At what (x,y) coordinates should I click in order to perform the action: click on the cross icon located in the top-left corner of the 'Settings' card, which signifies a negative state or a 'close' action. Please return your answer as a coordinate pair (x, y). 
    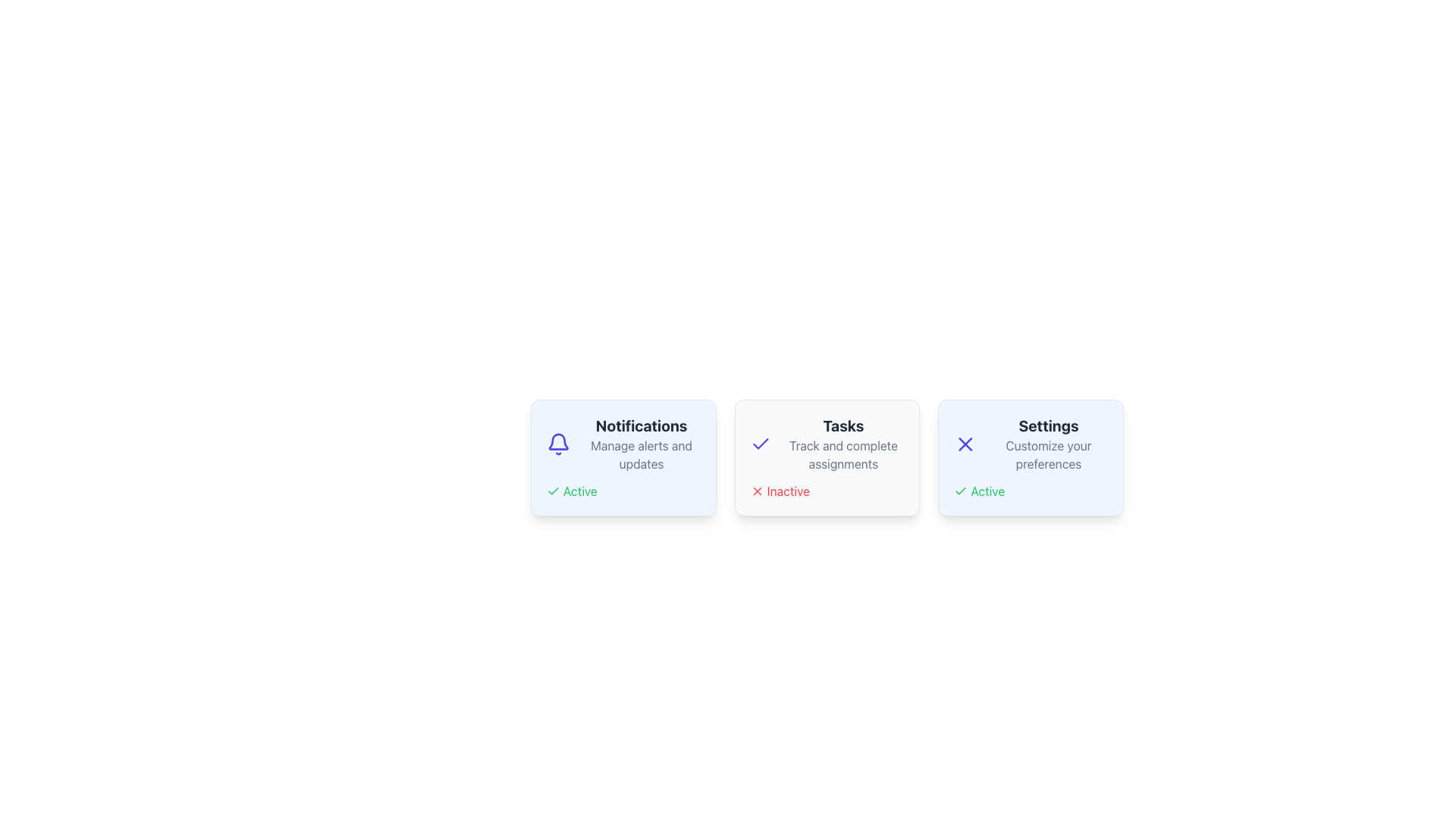
    Looking at the image, I should click on (965, 444).